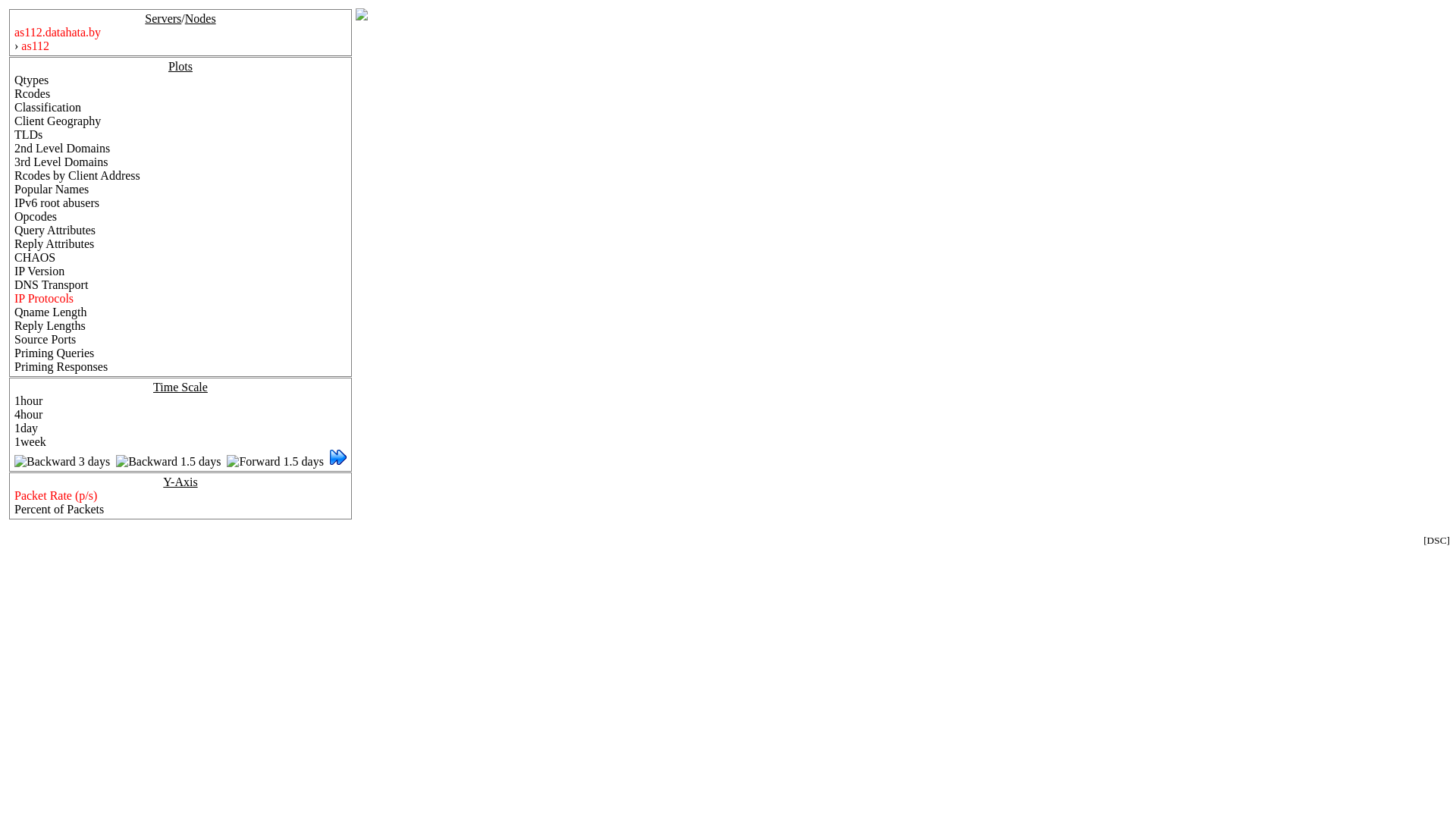 The height and width of the screenshot is (819, 1456). I want to click on '1hour', so click(28, 400).